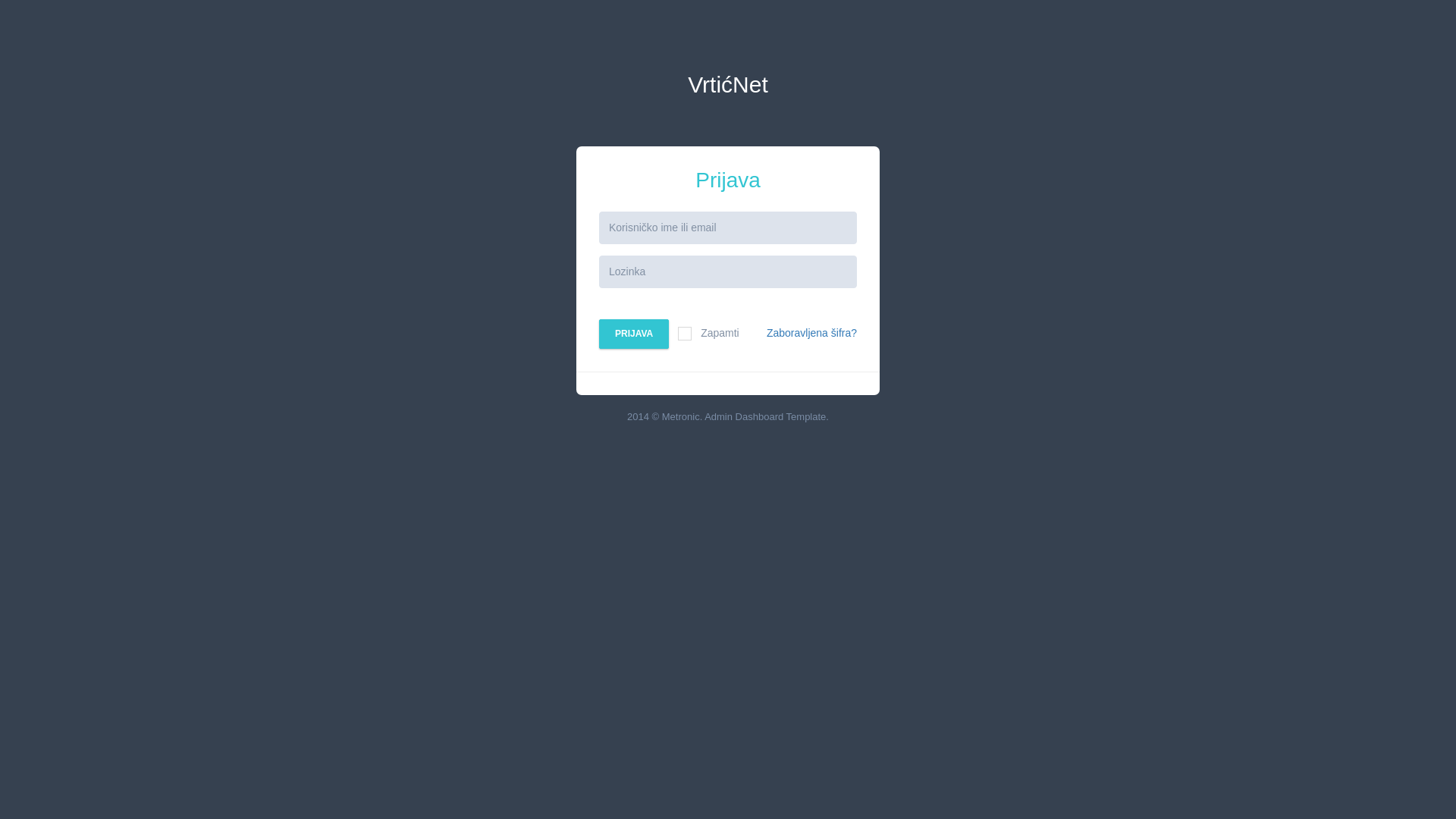 The height and width of the screenshot is (819, 1456). Describe the element at coordinates (598, 333) in the screenshot. I see `'PRIJAVA'` at that location.